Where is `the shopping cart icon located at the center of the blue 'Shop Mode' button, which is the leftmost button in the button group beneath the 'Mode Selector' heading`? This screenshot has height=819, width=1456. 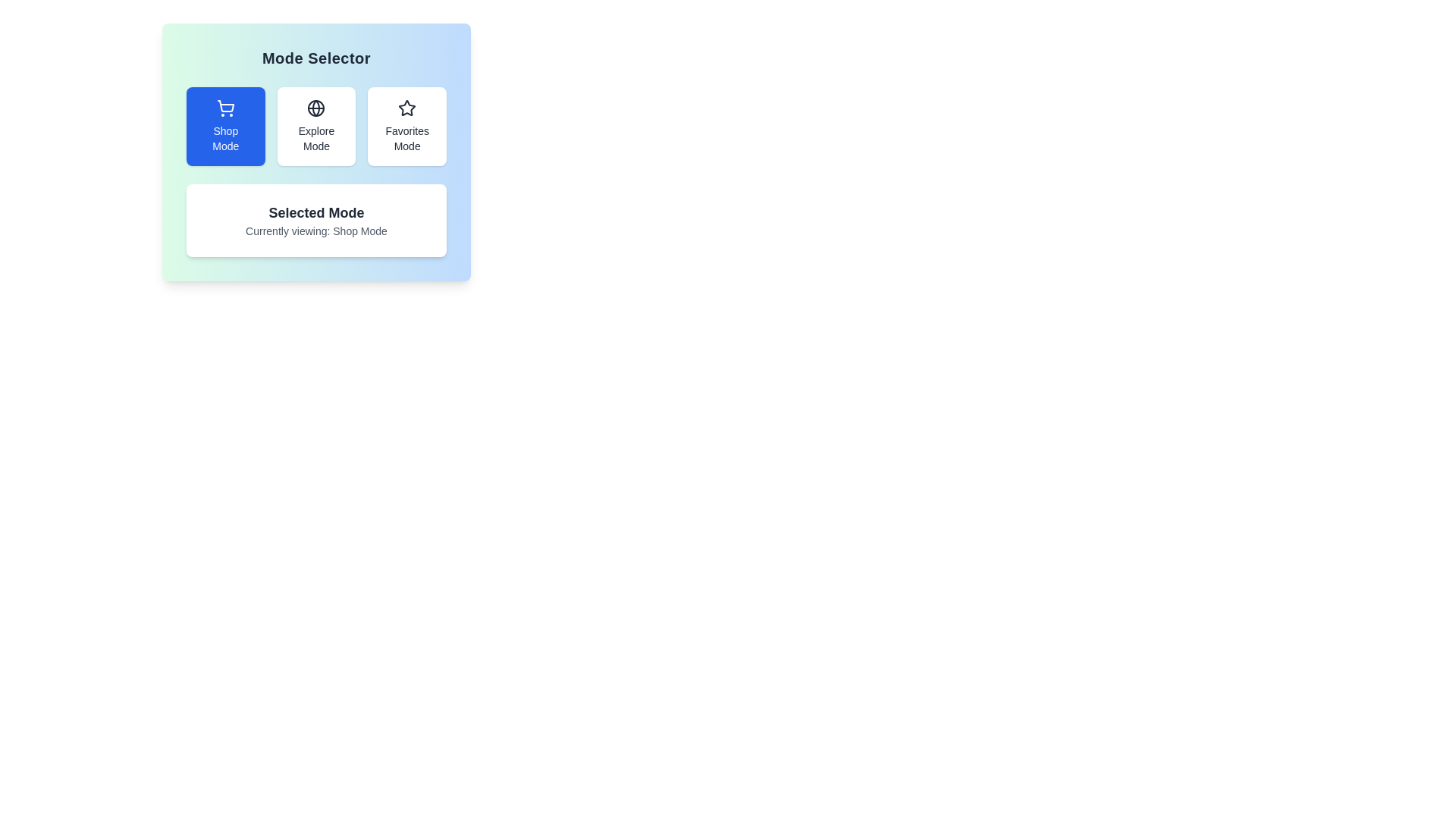
the shopping cart icon located at the center of the blue 'Shop Mode' button, which is the leftmost button in the button group beneath the 'Mode Selector' heading is located at coordinates (224, 107).